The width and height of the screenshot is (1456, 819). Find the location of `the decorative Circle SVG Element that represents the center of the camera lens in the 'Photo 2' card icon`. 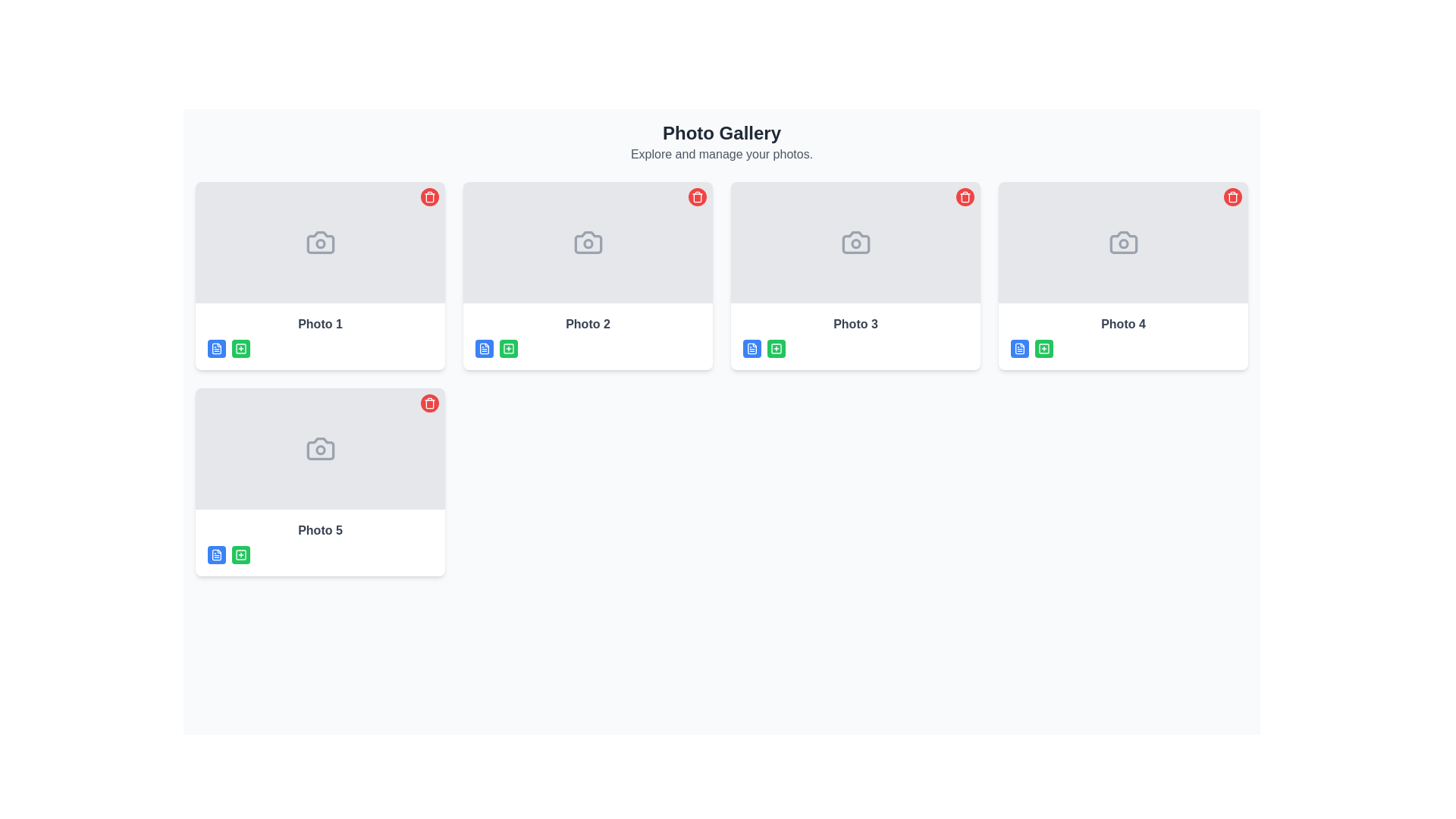

the decorative Circle SVG Element that represents the center of the camera lens in the 'Photo 2' card icon is located at coordinates (587, 243).